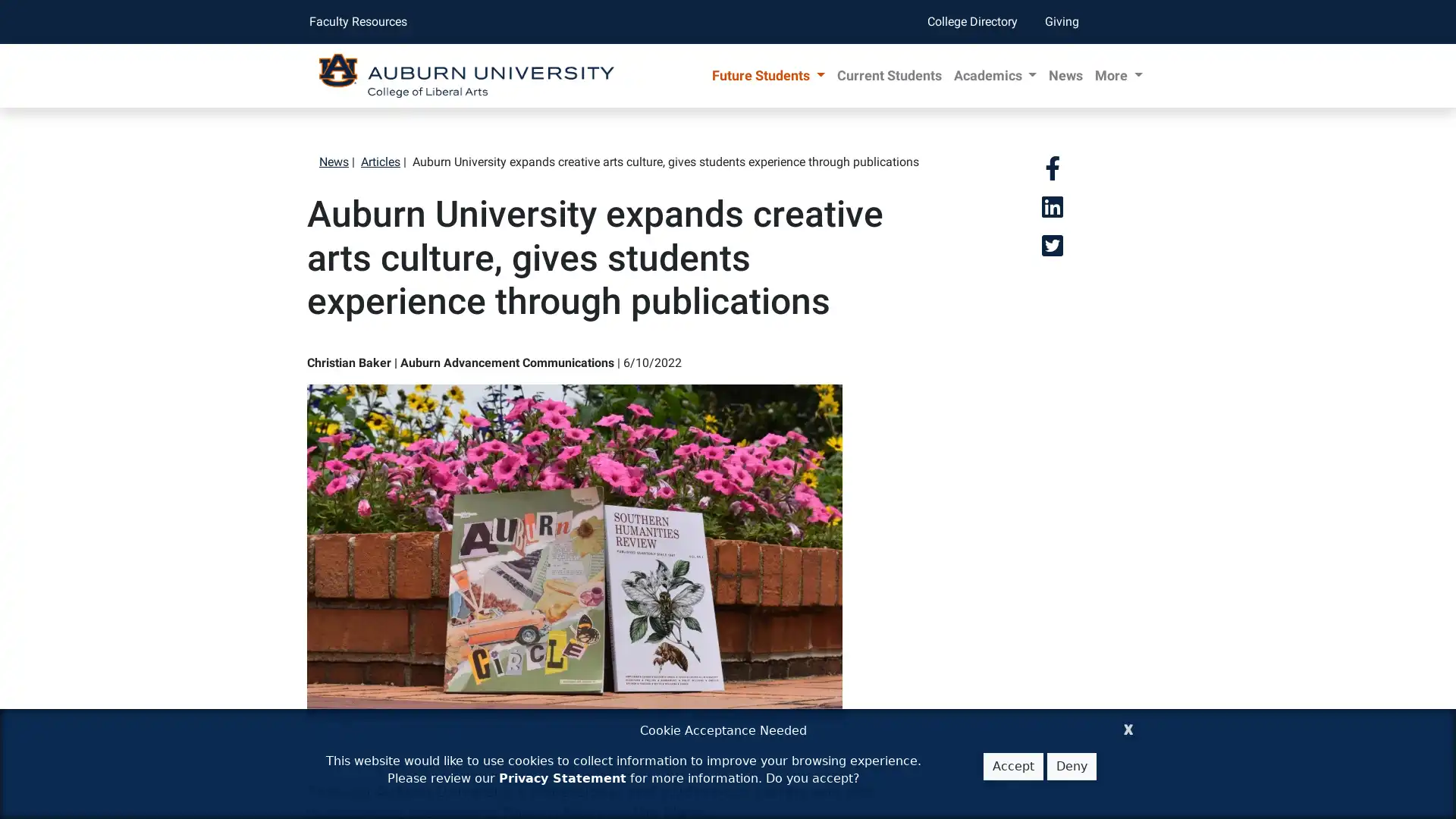  What do you see at coordinates (1128, 726) in the screenshot?
I see `Close Cookie Acceptance` at bounding box center [1128, 726].